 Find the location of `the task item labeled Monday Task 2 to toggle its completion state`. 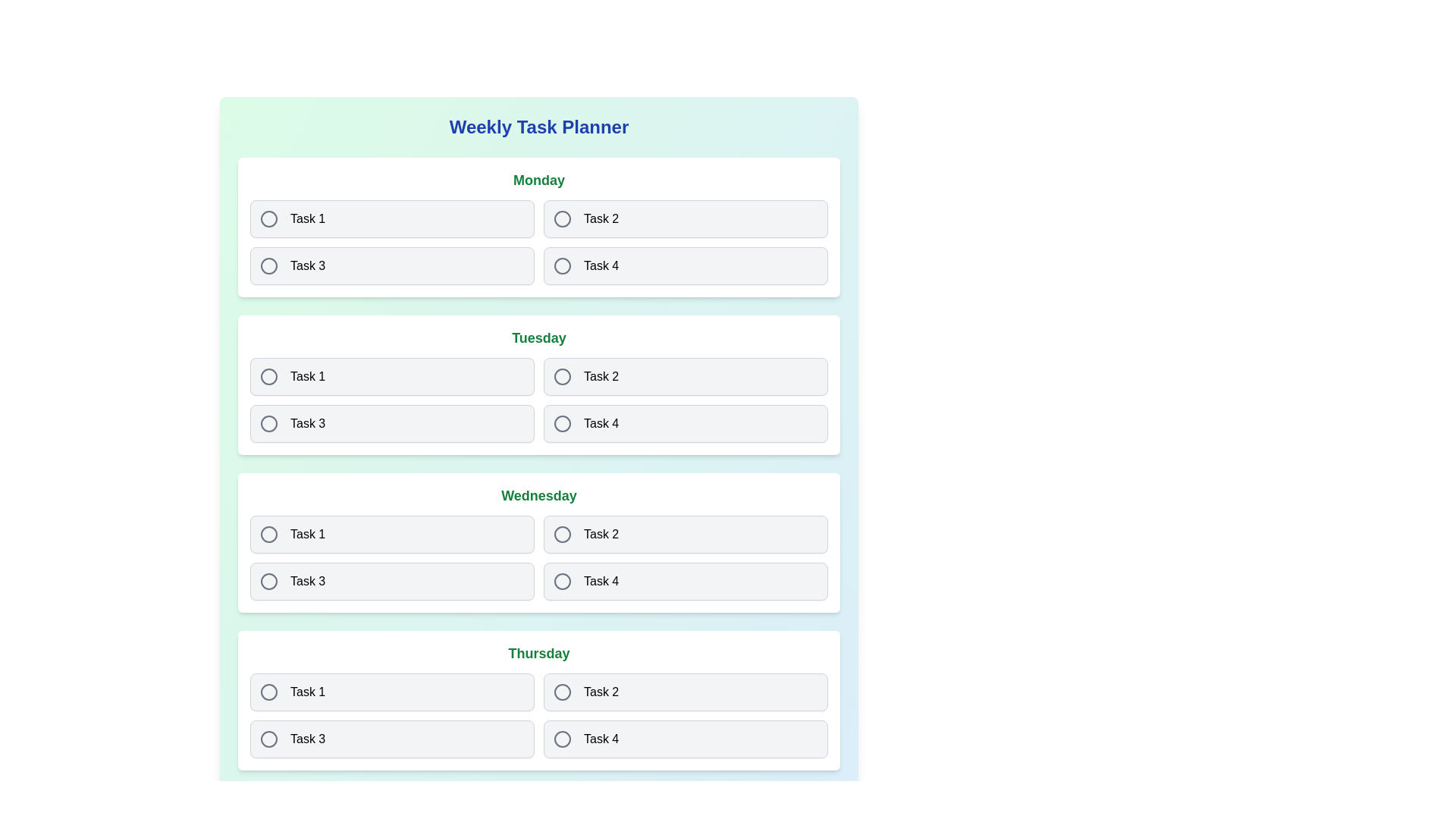

the task item labeled Monday Task 2 to toggle its completion state is located at coordinates (685, 219).